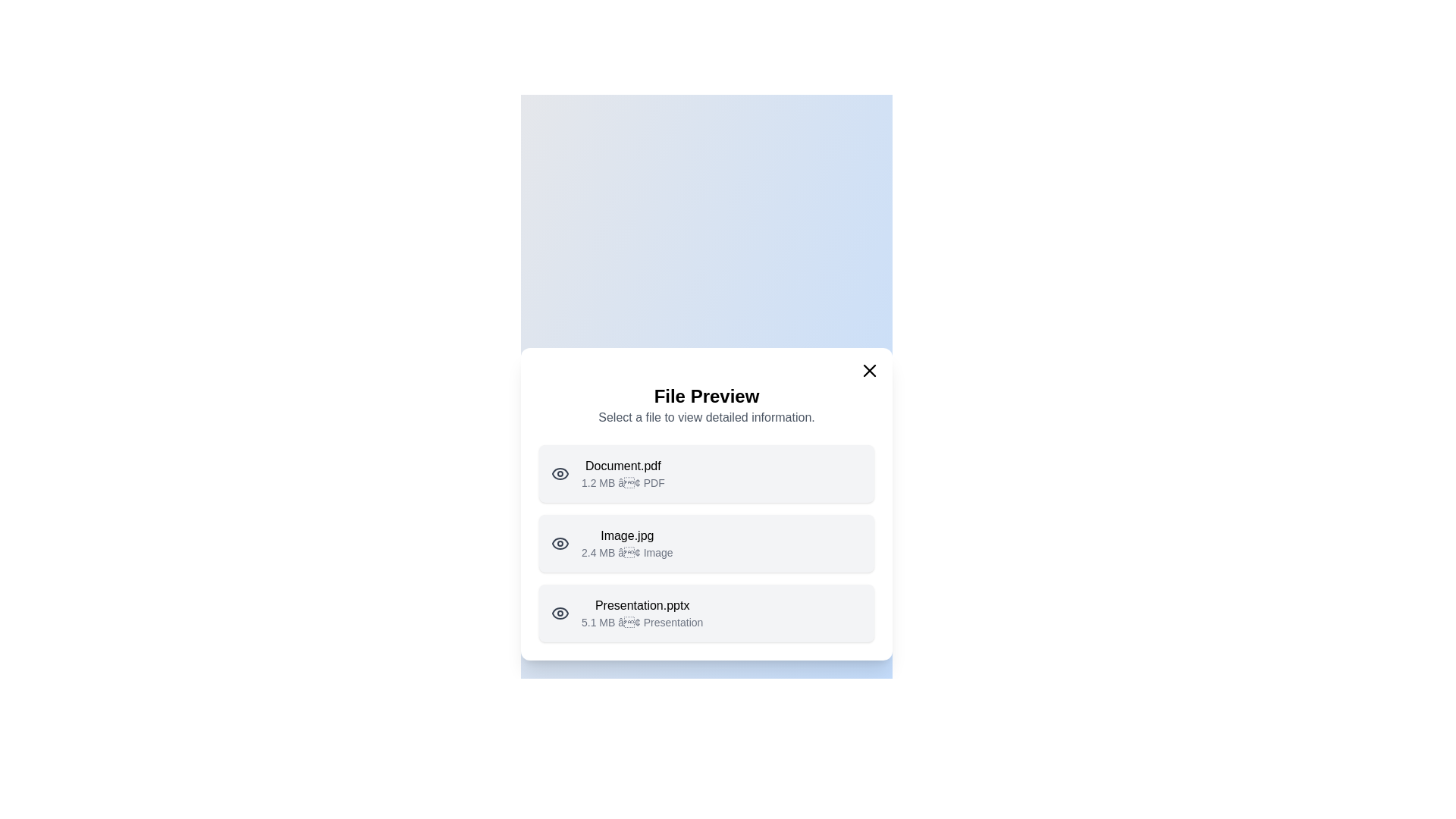 Image resolution: width=1456 pixels, height=819 pixels. Describe the element at coordinates (870, 371) in the screenshot. I see `the close button located at the top-right corner of the dialog` at that location.